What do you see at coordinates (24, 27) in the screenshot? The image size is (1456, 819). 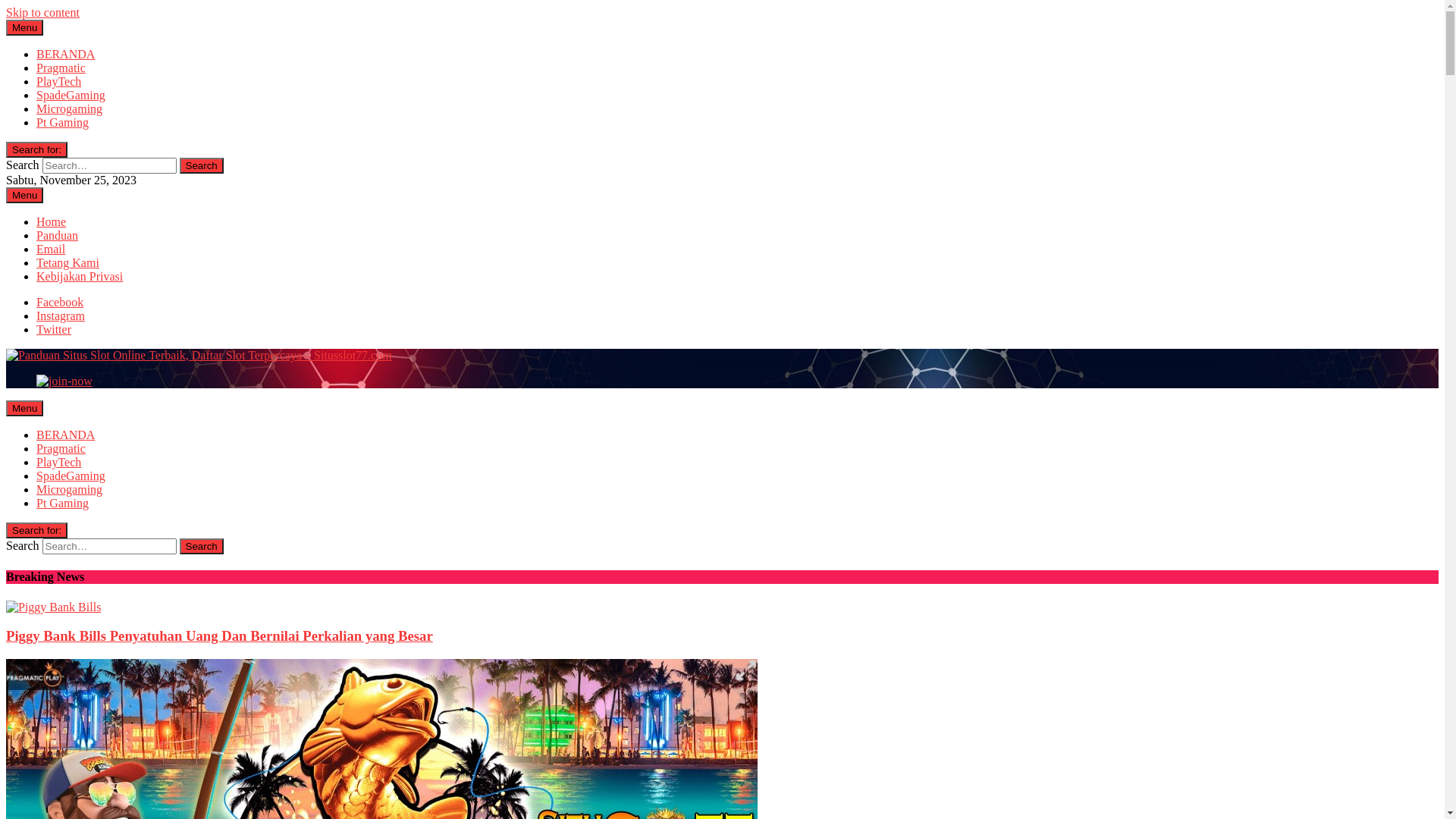 I see `'Menu'` at bounding box center [24, 27].